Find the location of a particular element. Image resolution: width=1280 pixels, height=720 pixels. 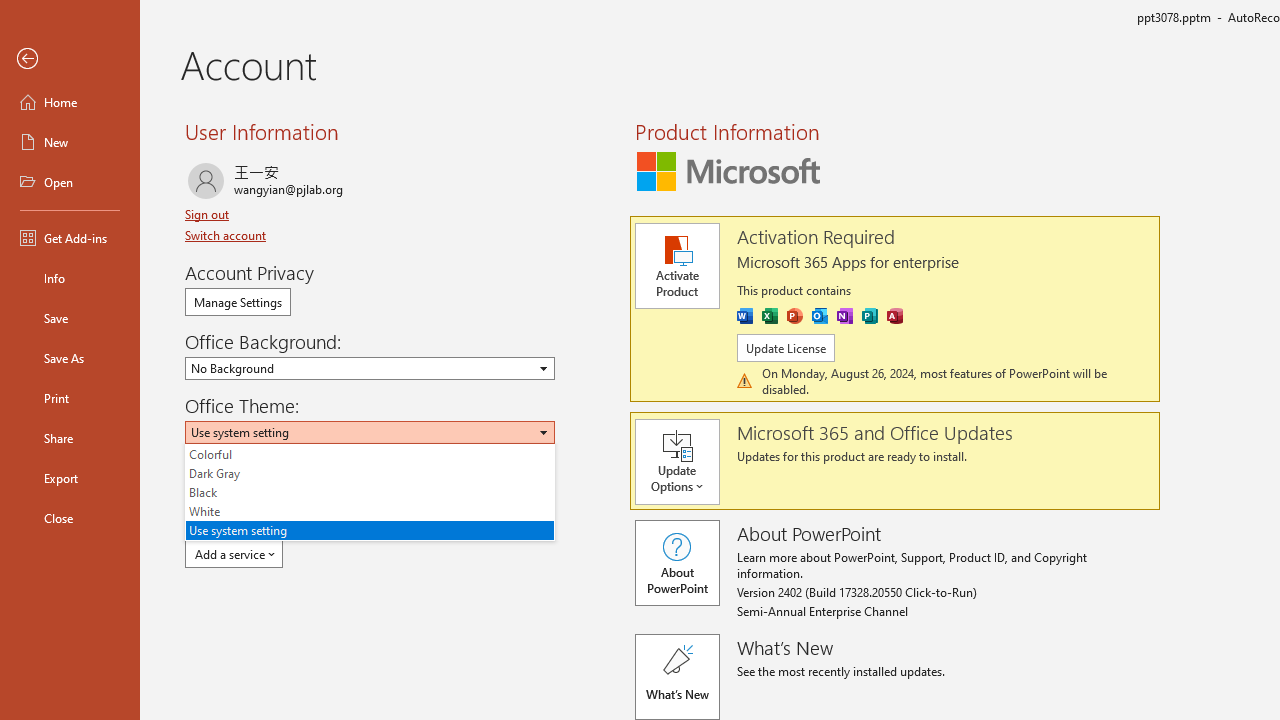

'Office Theme' is located at coordinates (370, 431).